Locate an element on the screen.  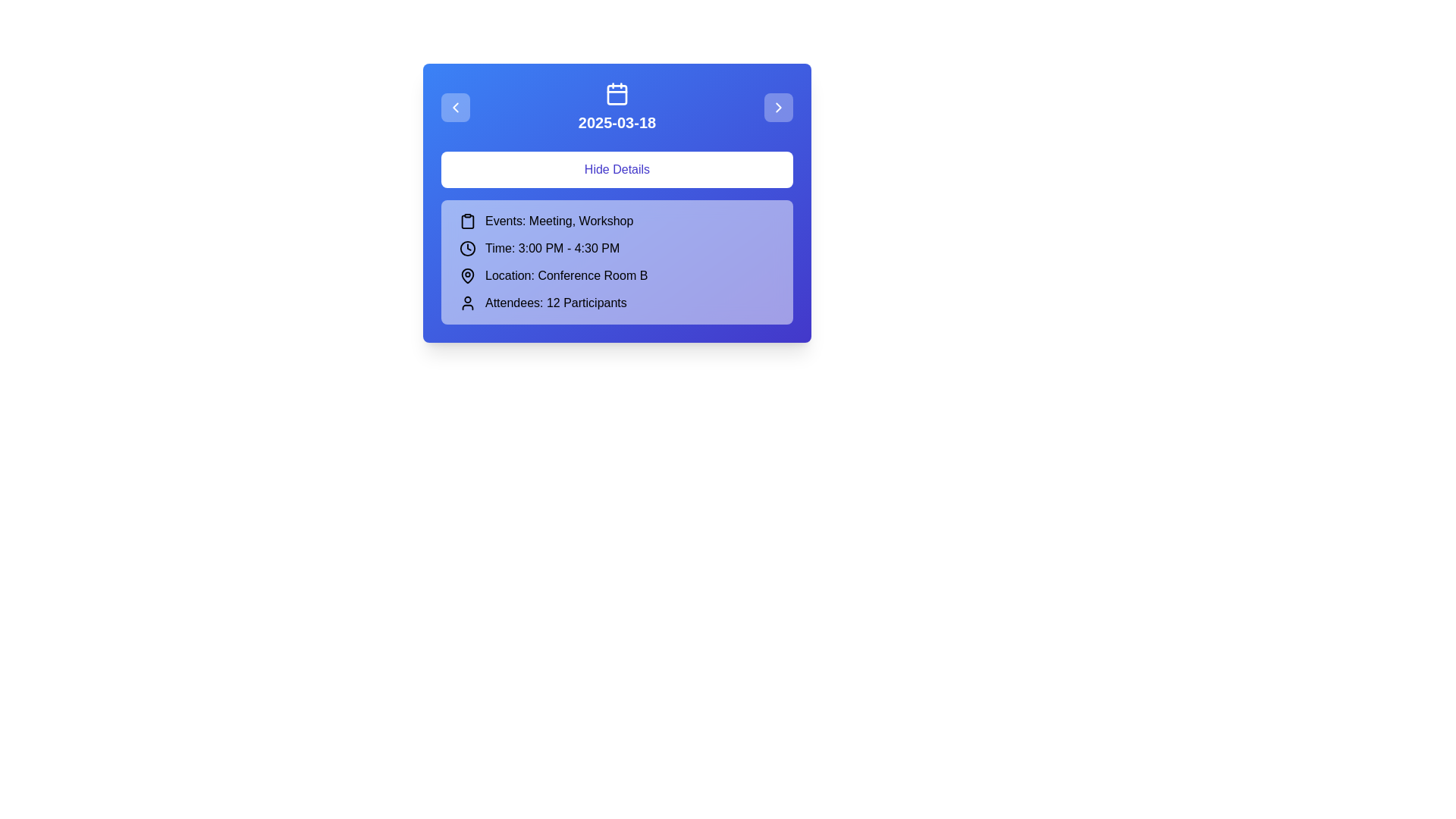
the right-facing chevron icon button located at the upper-right corner of the card is located at coordinates (779, 107).